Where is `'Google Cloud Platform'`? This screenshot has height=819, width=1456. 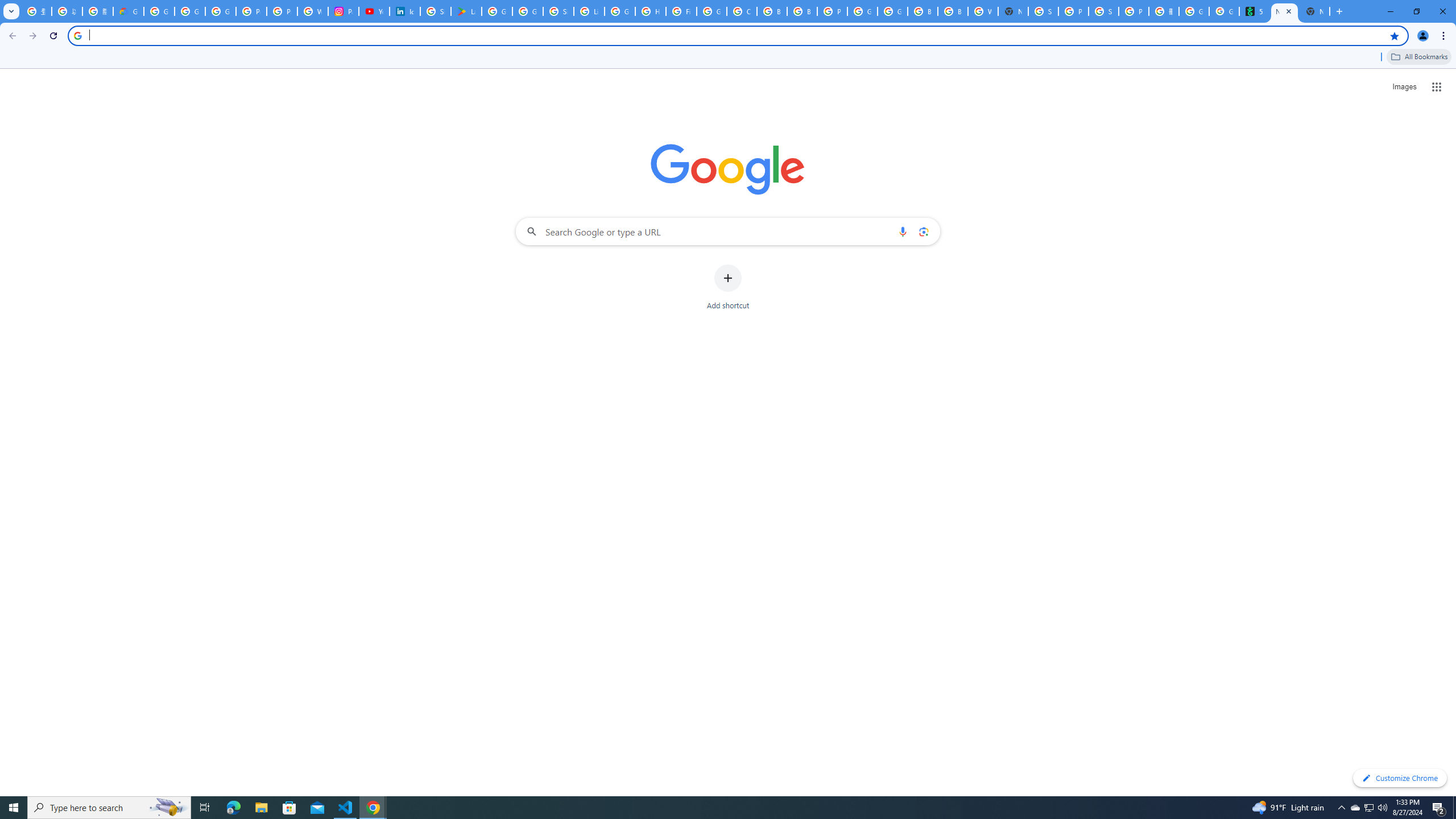 'Google Cloud Platform' is located at coordinates (862, 11).